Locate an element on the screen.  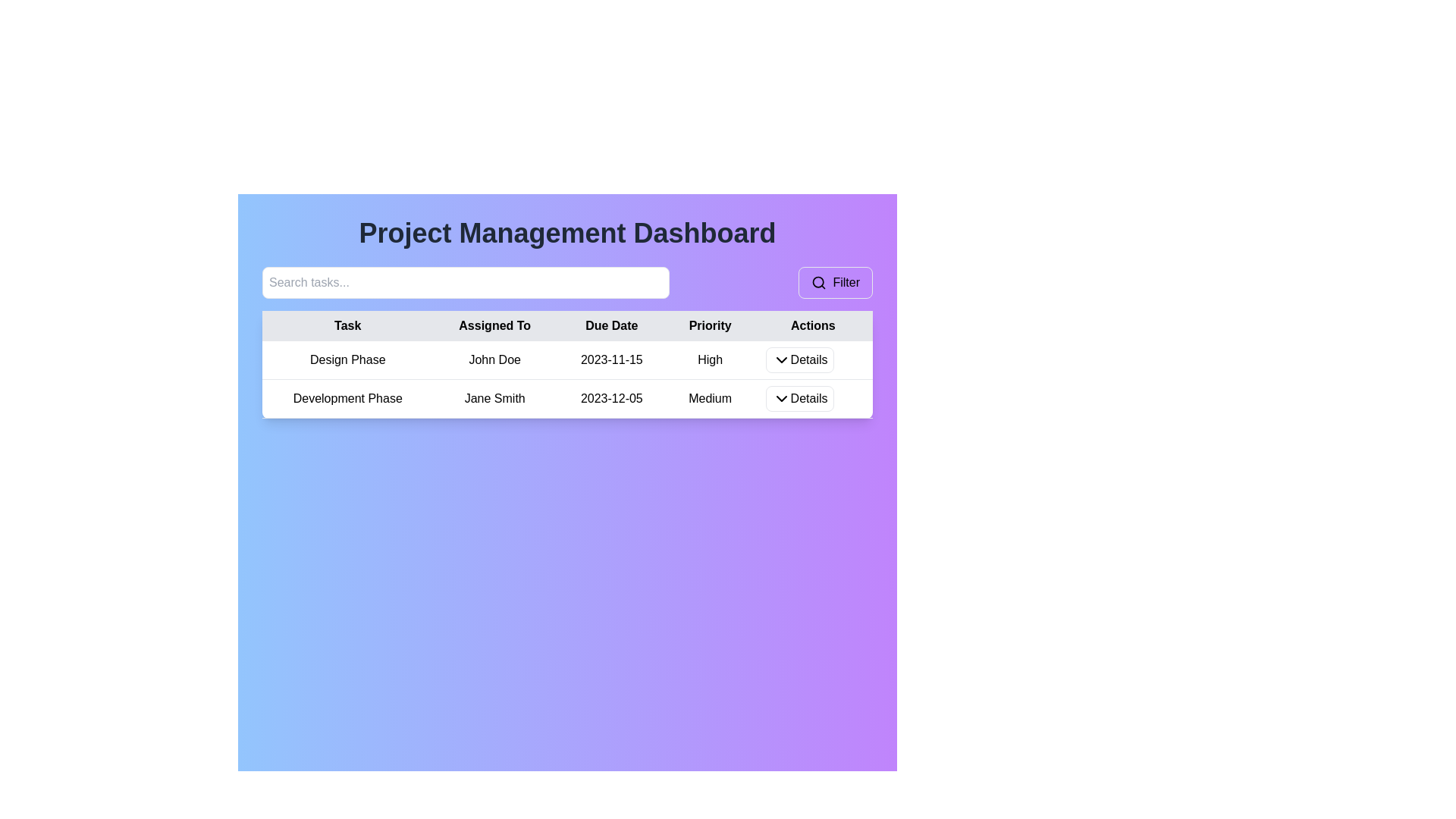
the second button in the 'Actions' column of the table is located at coordinates (799, 397).